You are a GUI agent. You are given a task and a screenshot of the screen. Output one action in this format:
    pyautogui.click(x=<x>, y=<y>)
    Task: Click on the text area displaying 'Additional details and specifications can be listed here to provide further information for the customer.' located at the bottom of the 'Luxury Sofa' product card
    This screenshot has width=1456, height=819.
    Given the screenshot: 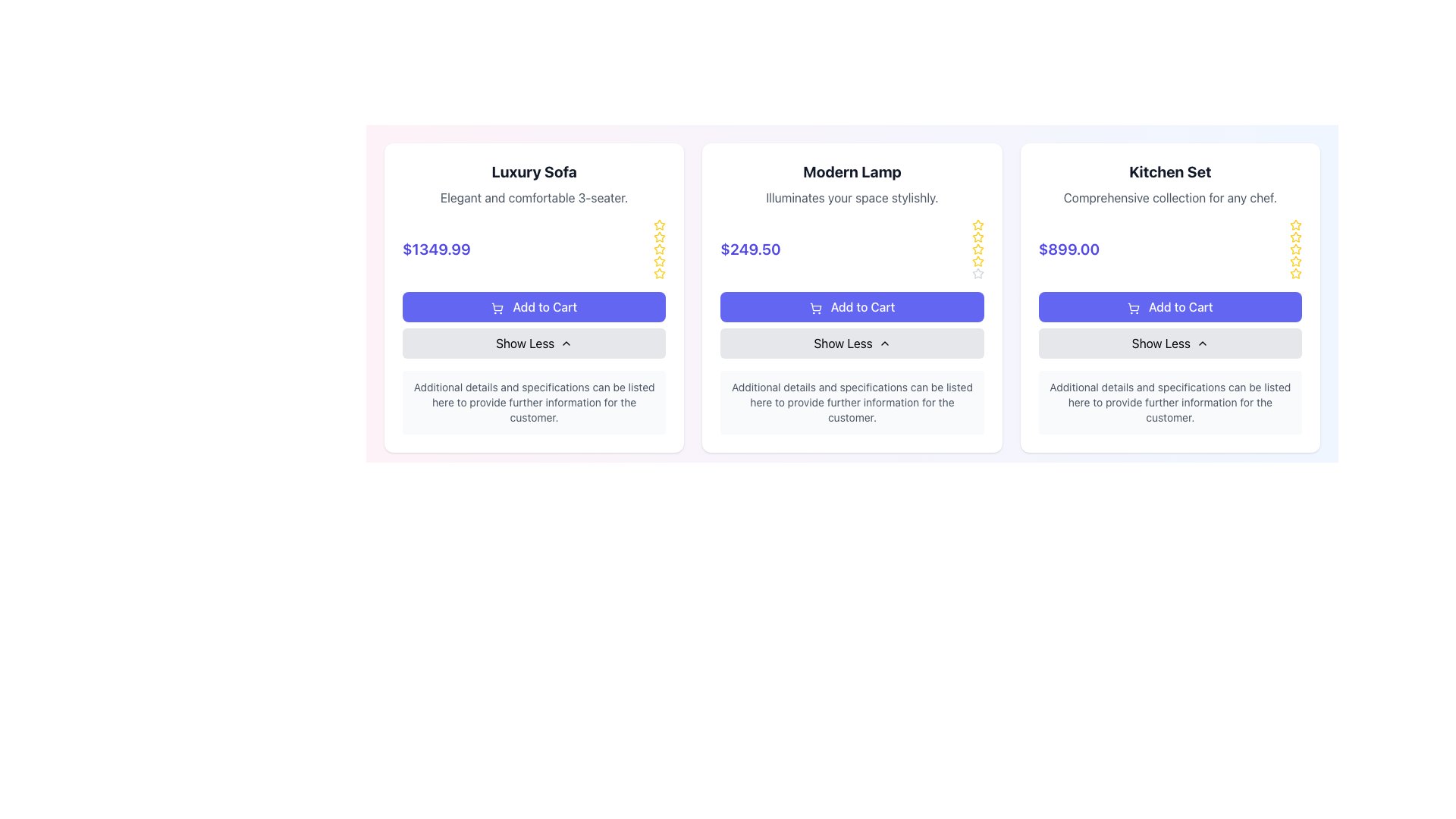 What is the action you would take?
    pyautogui.click(x=534, y=402)
    